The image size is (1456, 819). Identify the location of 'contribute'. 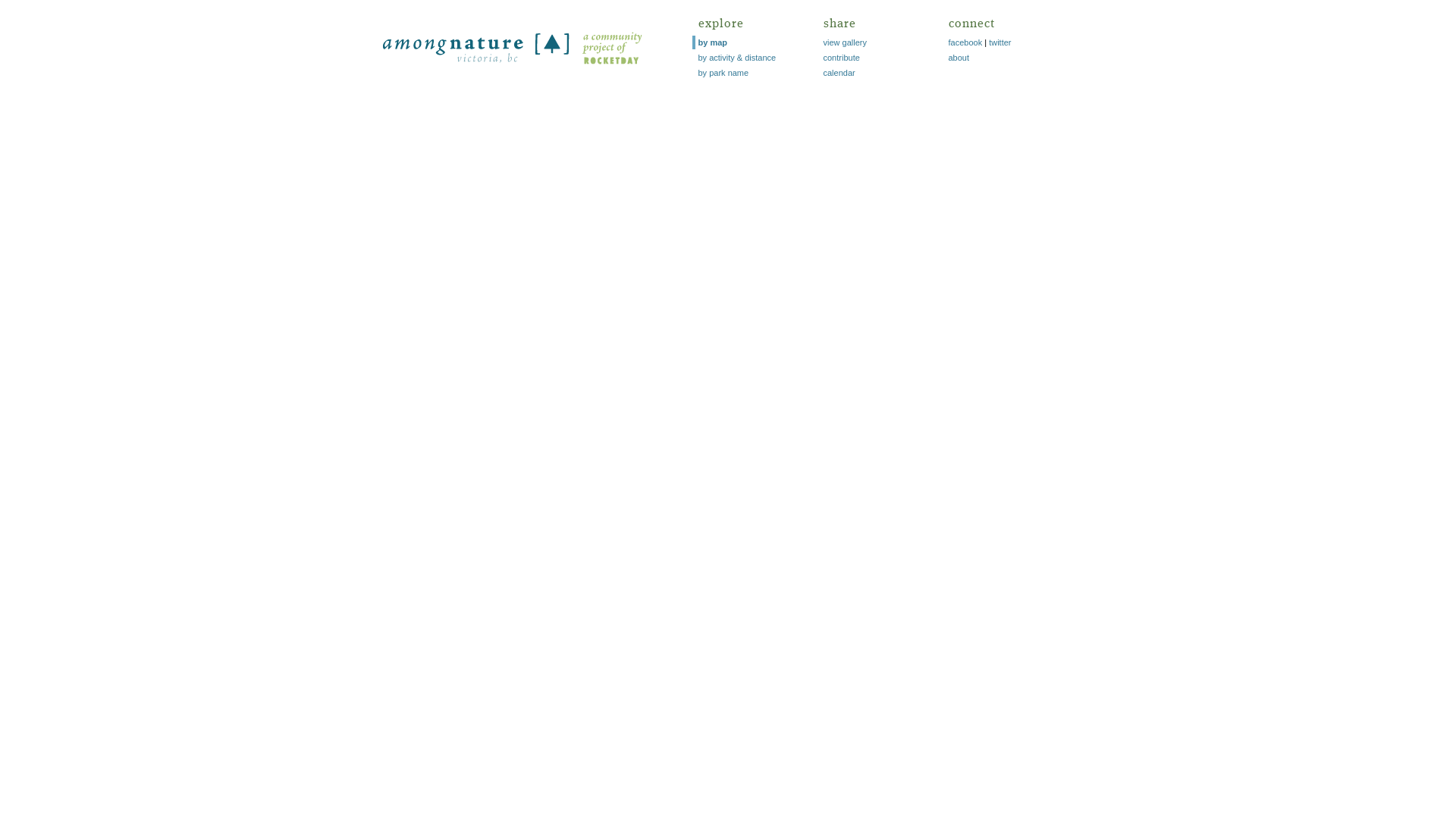
(840, 57).